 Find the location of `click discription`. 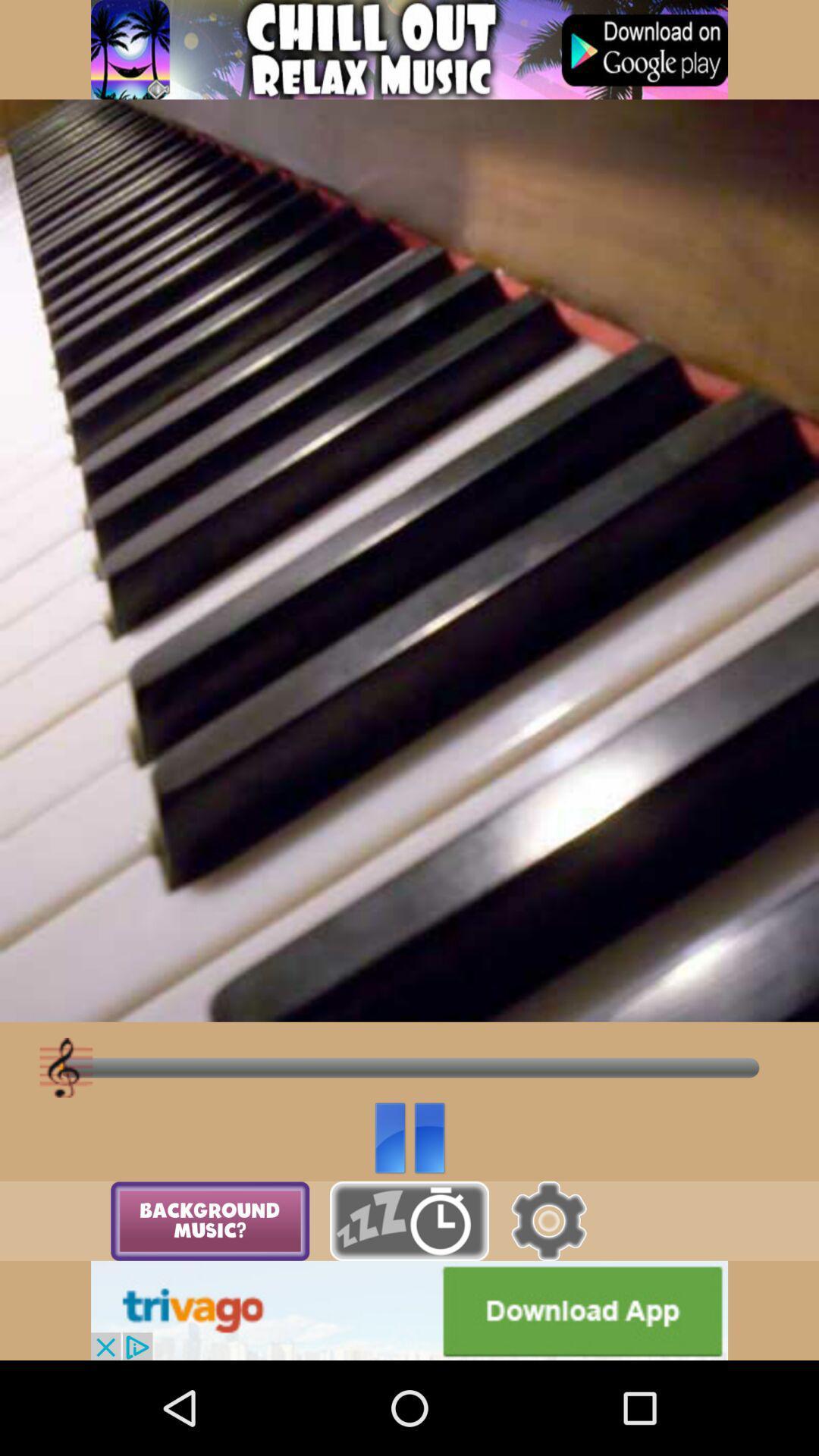

click discription is located at coordinates (409, 49).